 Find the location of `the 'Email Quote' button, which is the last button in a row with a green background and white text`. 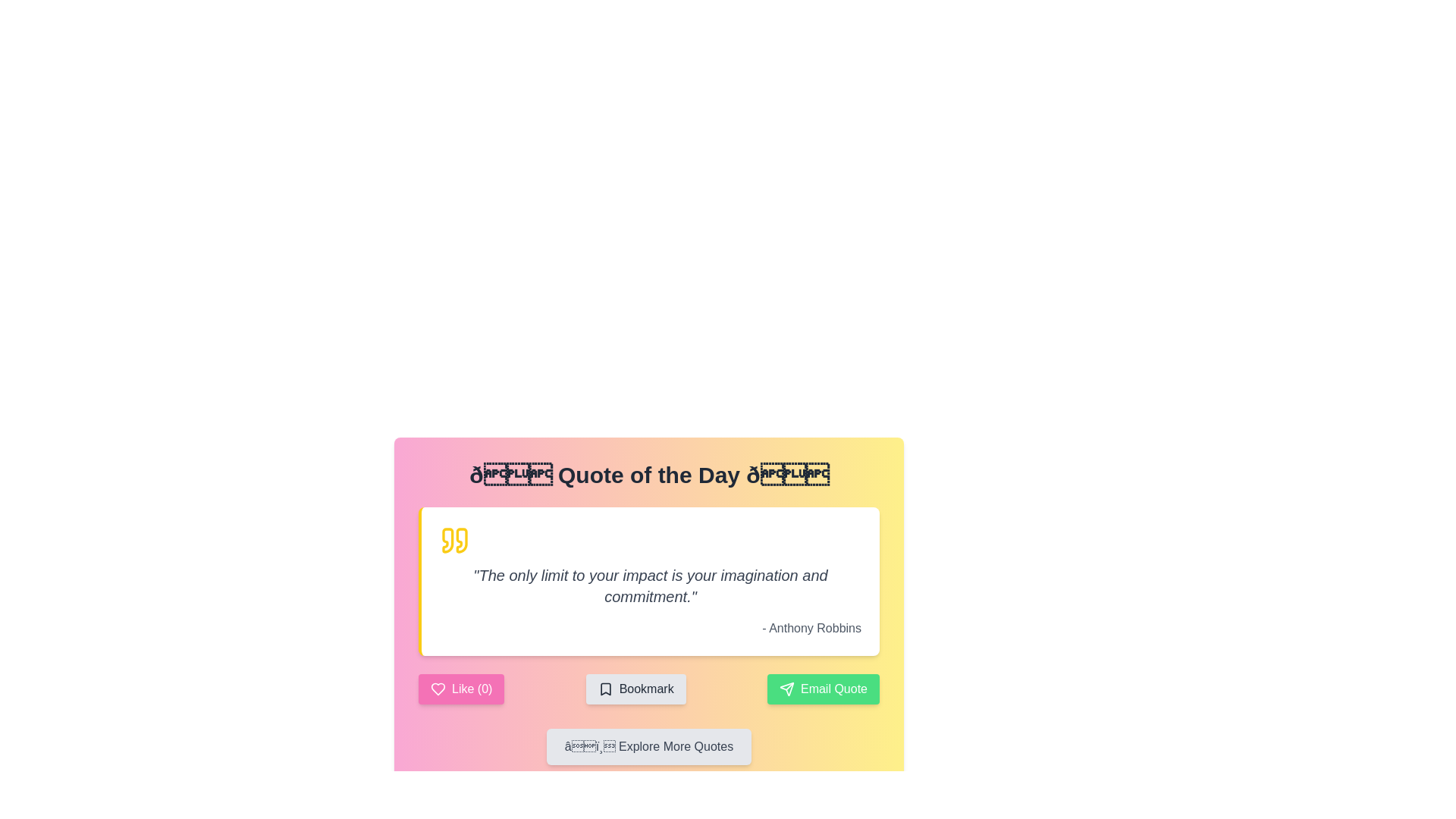

the 'Email Quote' button, which is the last button in a row with a green background and white text is located at coordinates (822, 689).